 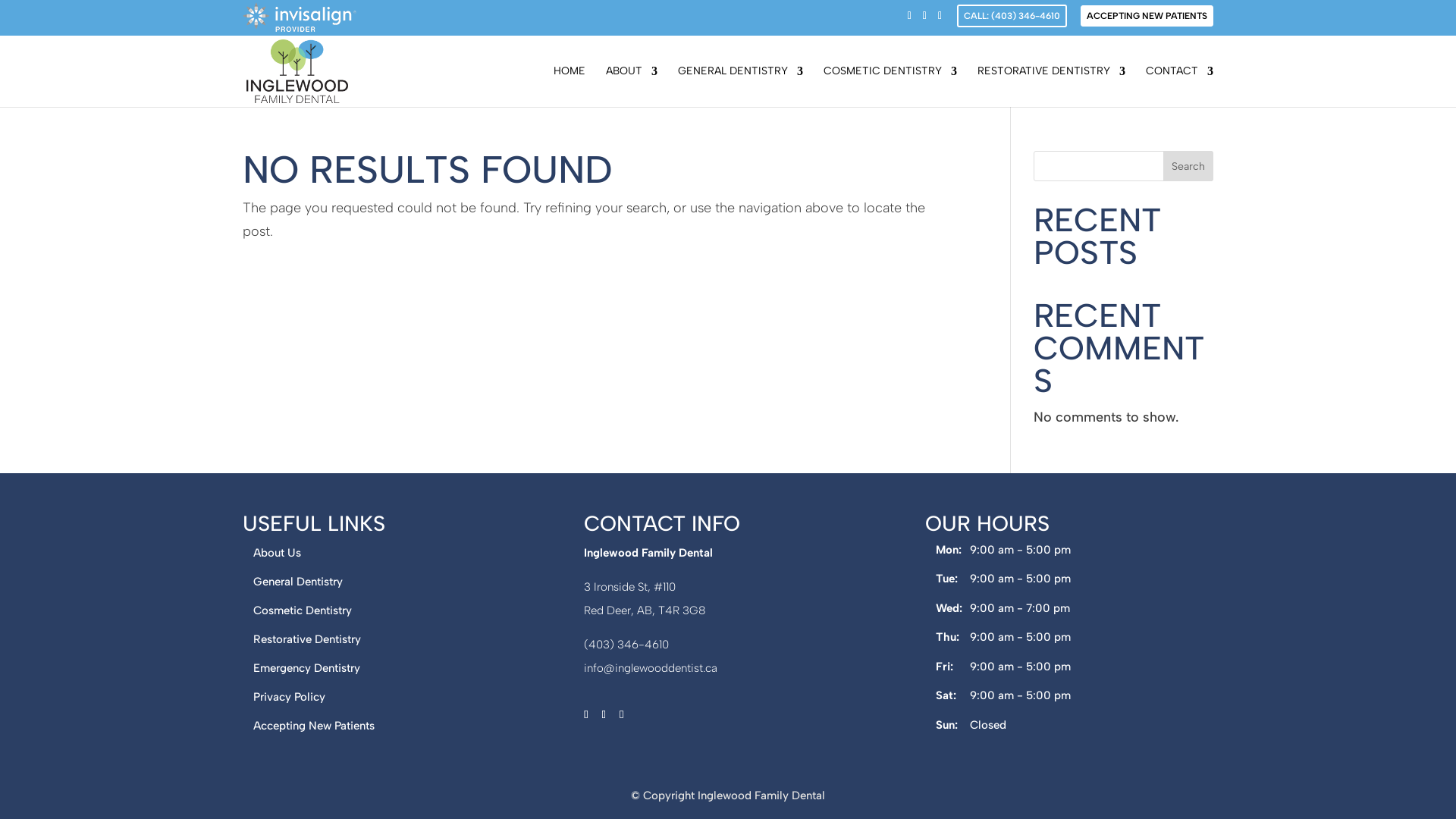 What do you see at coordinates (651, 667) in the screenshot?
I see `'info@inglewooddentist.ca'` at bounding box center [651, 667].